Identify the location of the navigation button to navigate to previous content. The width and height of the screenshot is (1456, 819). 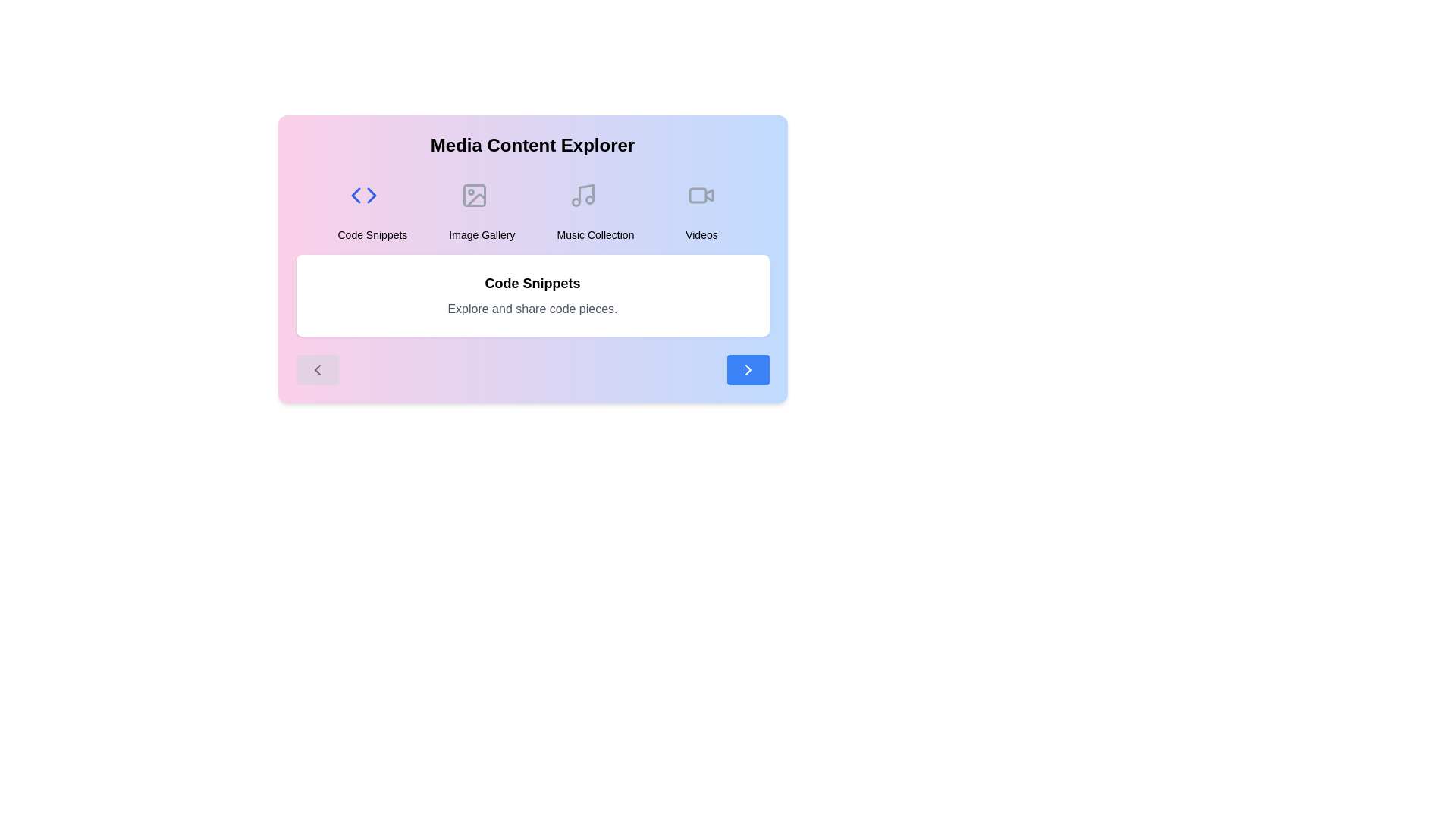
(316, 370).